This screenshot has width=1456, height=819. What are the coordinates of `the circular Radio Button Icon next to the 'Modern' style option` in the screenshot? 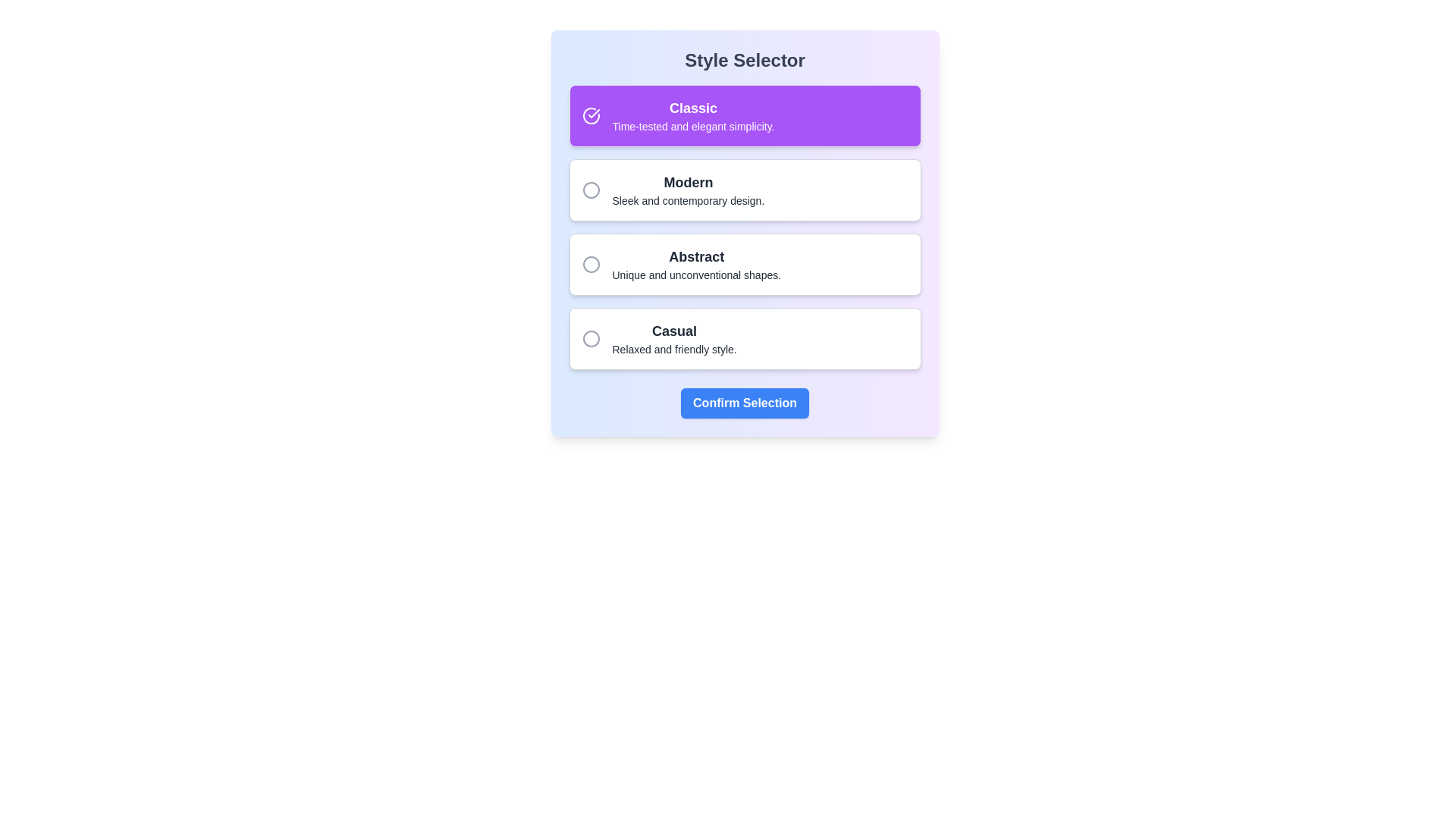 It's located at (590, 189).